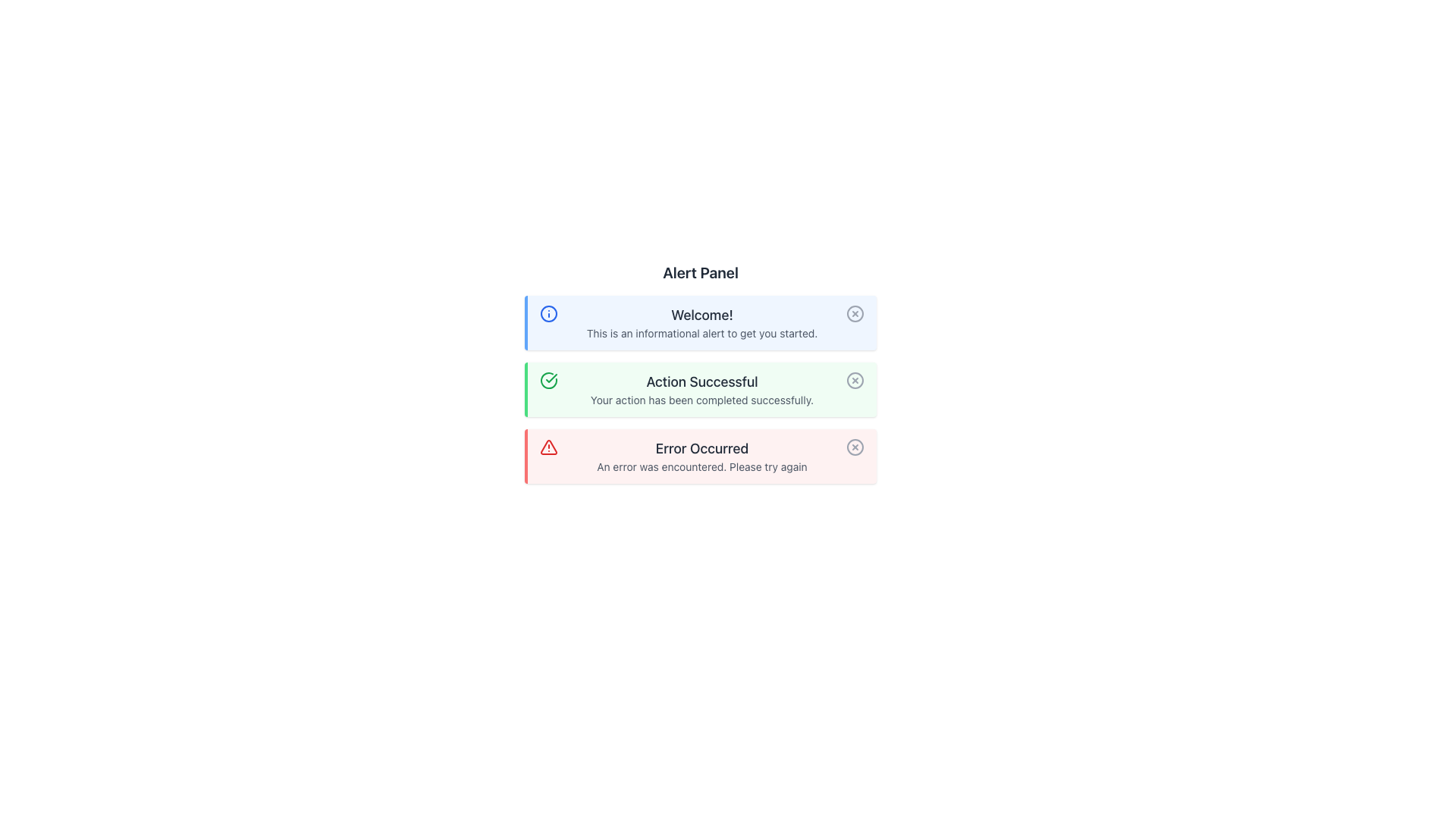 This screenshot has height=819, width=1456. I want to click on static text display component that shows the message 'Welcome! This is an informational alert to get you started.' It is located in the notification panel below the title 'Alert Panel', so click(701, 322).